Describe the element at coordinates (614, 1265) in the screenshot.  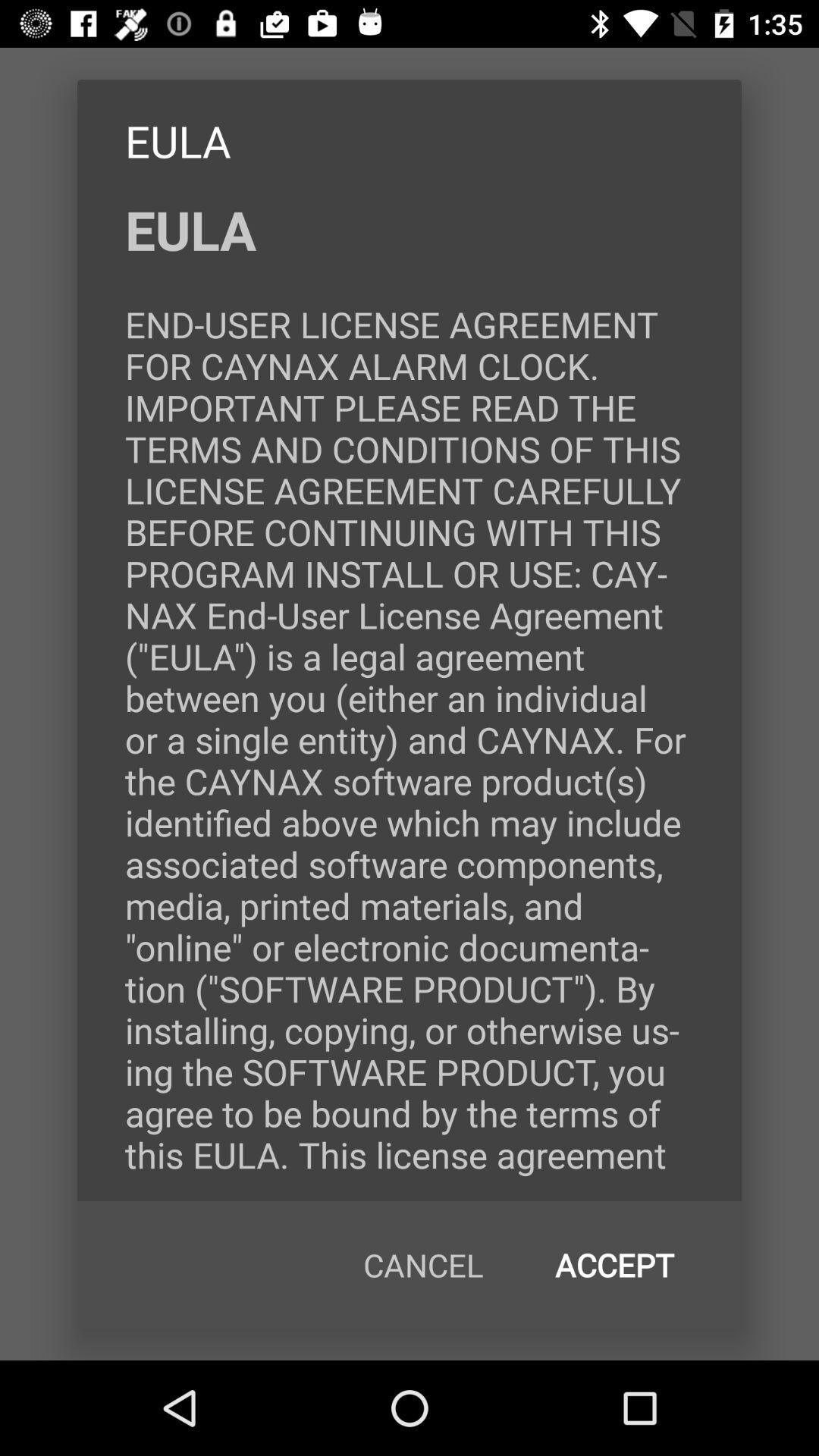
I see `the button next to the cancel icon` at that location.